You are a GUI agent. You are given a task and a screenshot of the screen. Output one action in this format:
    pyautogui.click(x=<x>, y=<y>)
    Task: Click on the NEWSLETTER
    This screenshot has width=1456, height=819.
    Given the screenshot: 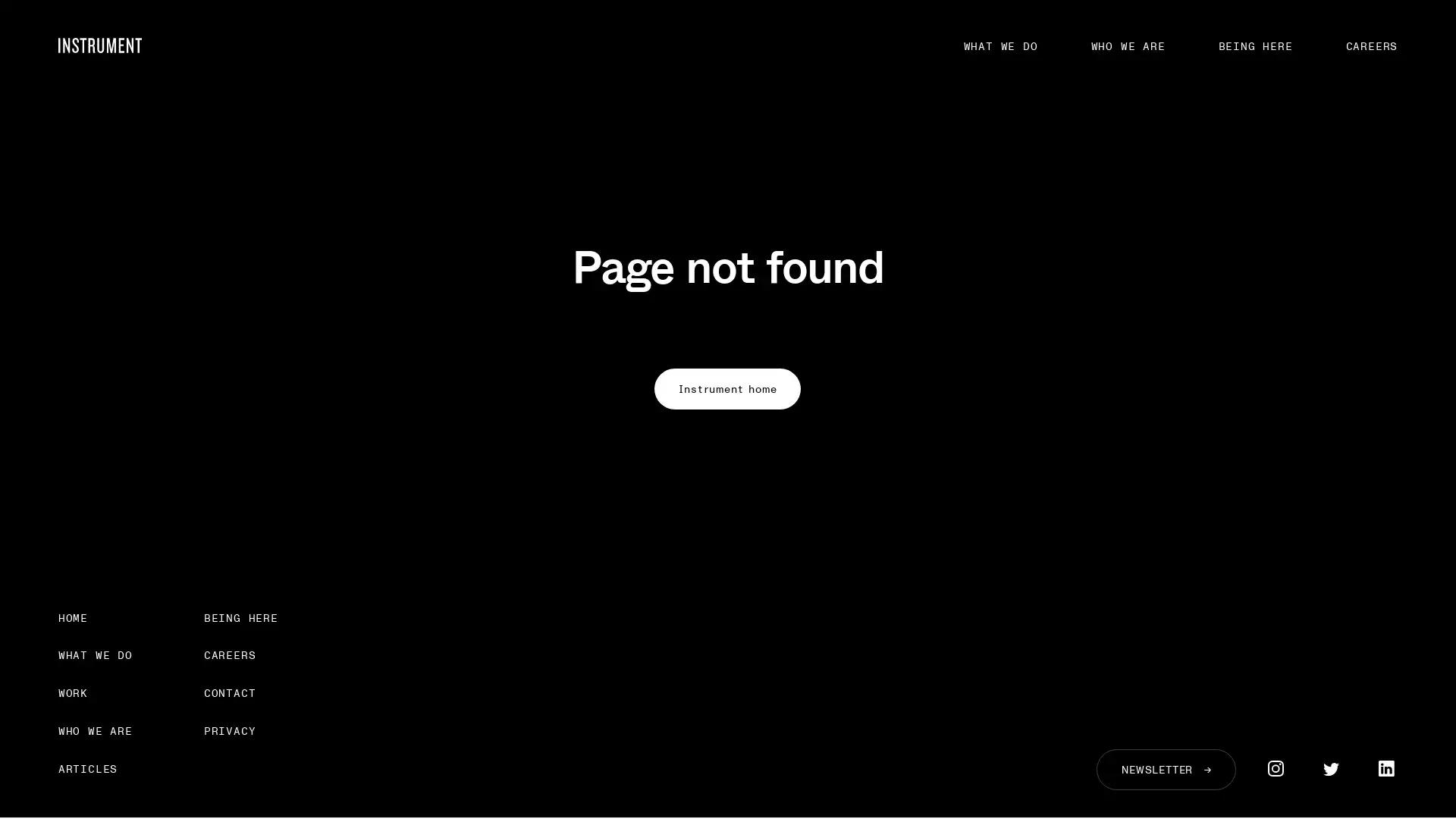 What is the action you would take?
    pyautogui.click(x=1165, y=769)
    